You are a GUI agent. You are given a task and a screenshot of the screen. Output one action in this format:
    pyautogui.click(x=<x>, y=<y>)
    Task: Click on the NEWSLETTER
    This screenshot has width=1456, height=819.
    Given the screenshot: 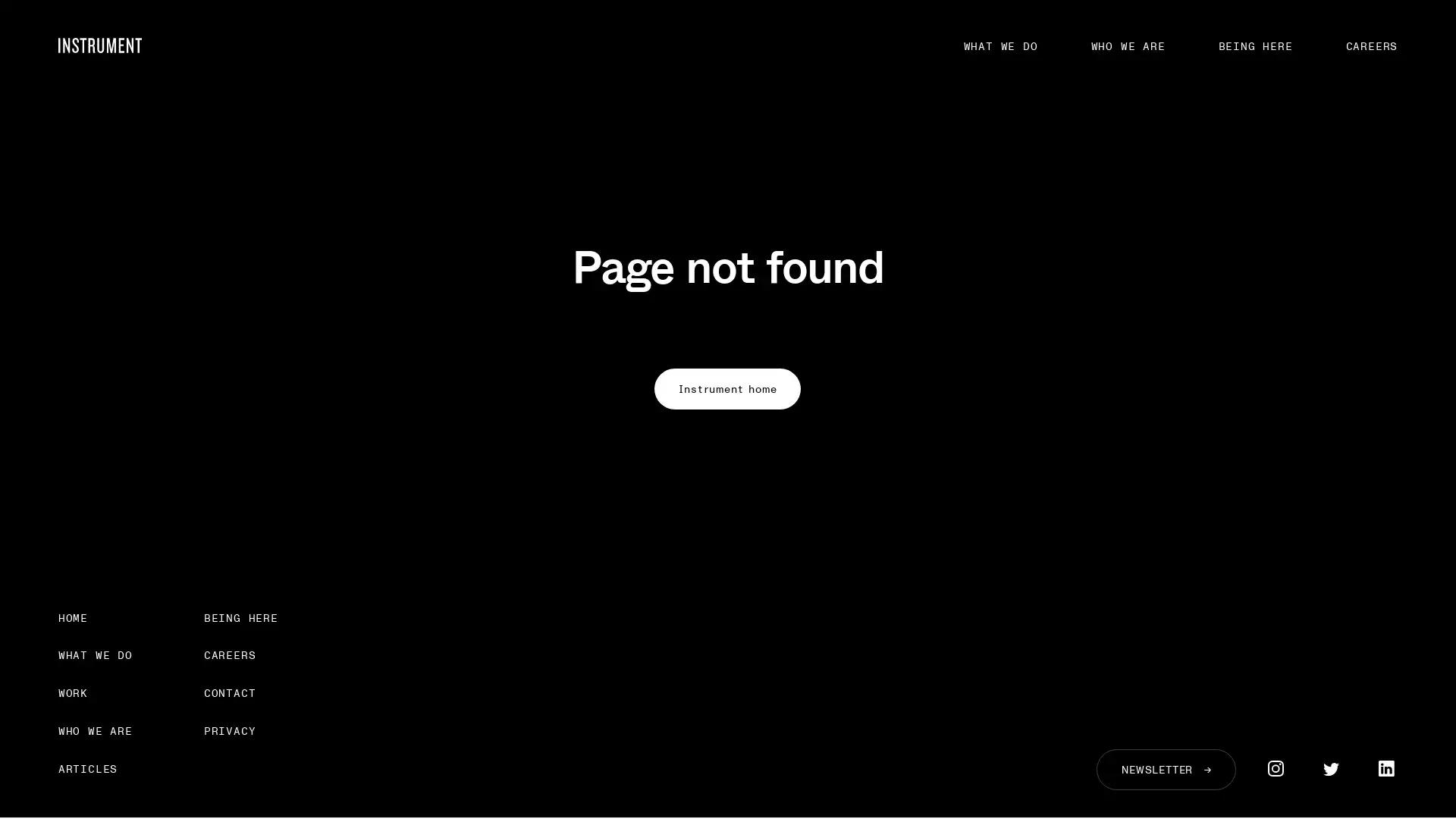 What is the action you would take?
    pyautogui.click(x=1165, y=769)
    